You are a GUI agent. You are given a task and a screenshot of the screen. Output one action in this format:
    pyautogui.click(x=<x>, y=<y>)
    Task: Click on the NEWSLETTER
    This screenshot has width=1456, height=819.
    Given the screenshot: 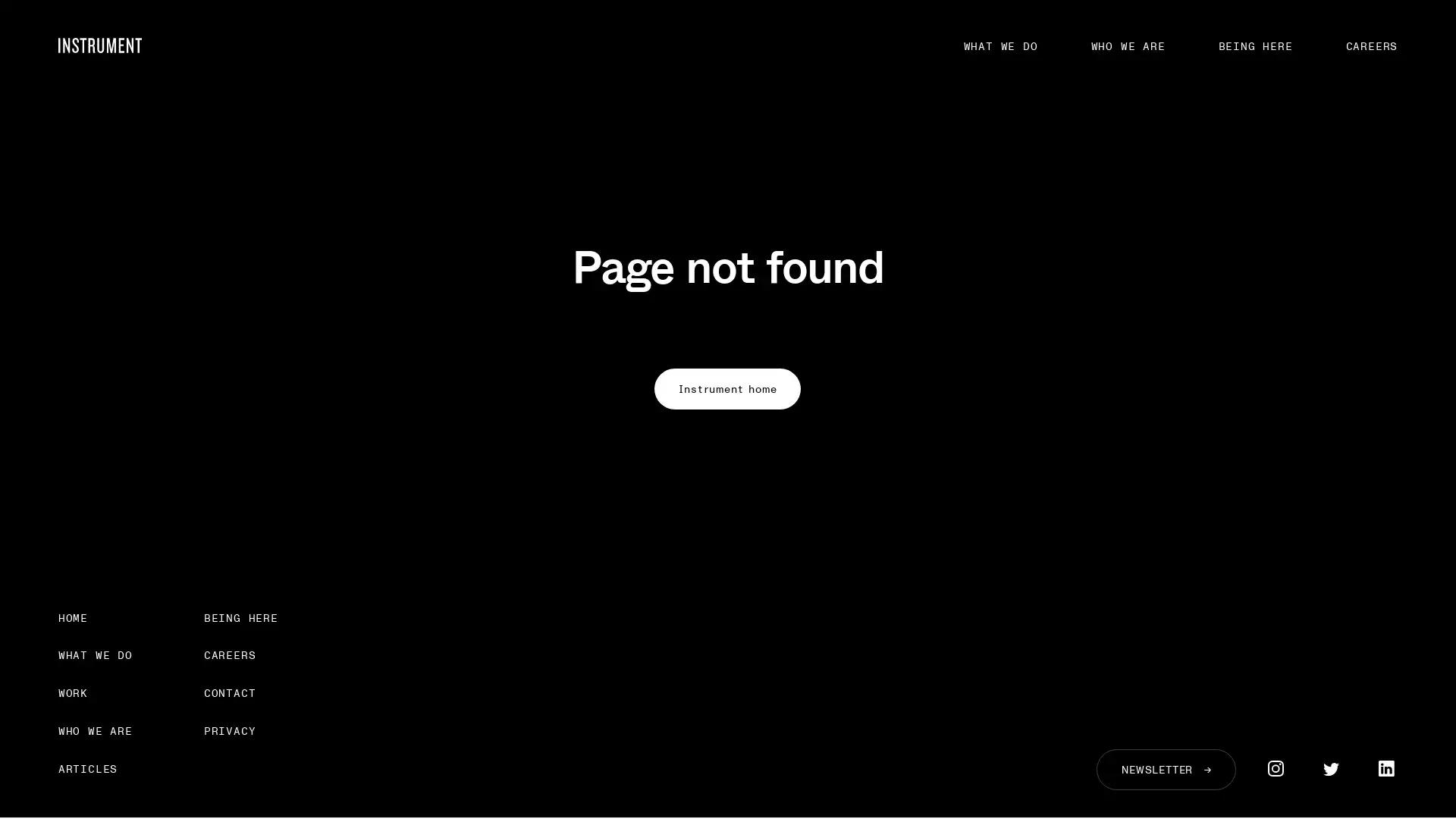 What is the action you would take?
    pyautogui.click(x=1165, y=769)
    